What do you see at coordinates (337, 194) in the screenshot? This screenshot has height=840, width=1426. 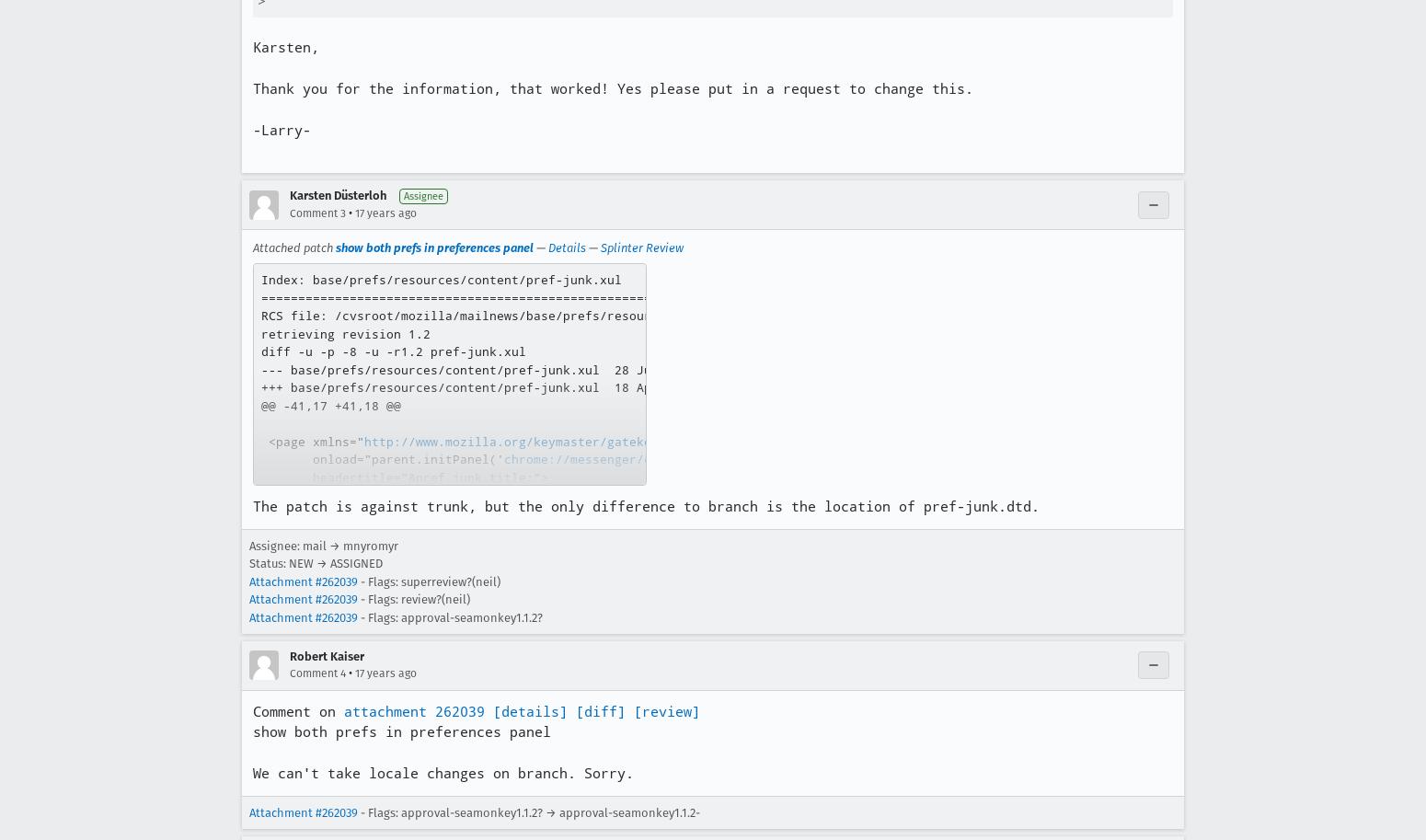 I see `'Karsten Düsterloh'` at bounding box center [337, 194].